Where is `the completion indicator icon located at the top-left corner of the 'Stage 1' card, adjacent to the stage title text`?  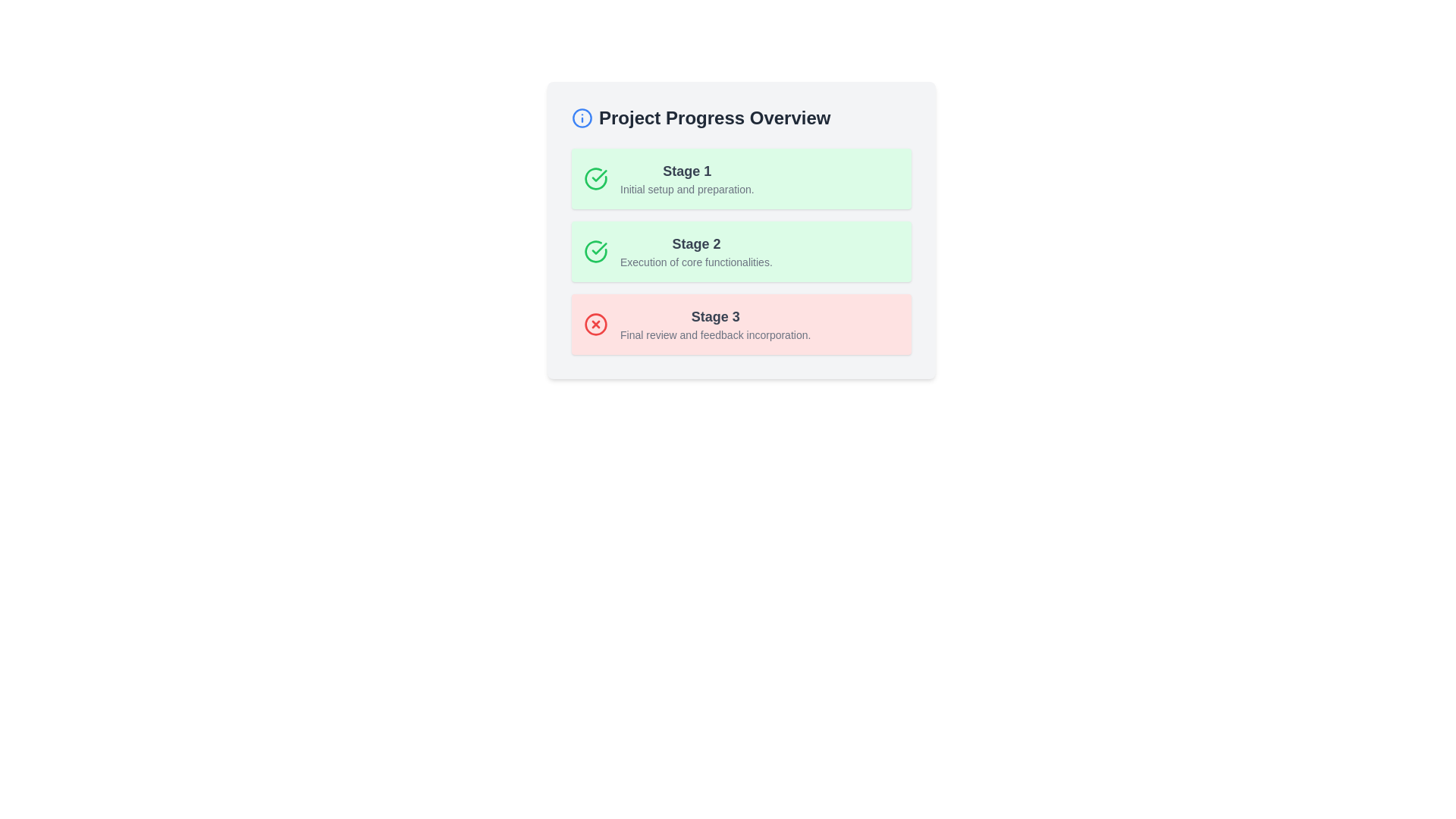
the completion indicator icon located at the top-left corner of the 'Stage 1' card, adjacent to the stage title text is located at coordinates (595, 177).